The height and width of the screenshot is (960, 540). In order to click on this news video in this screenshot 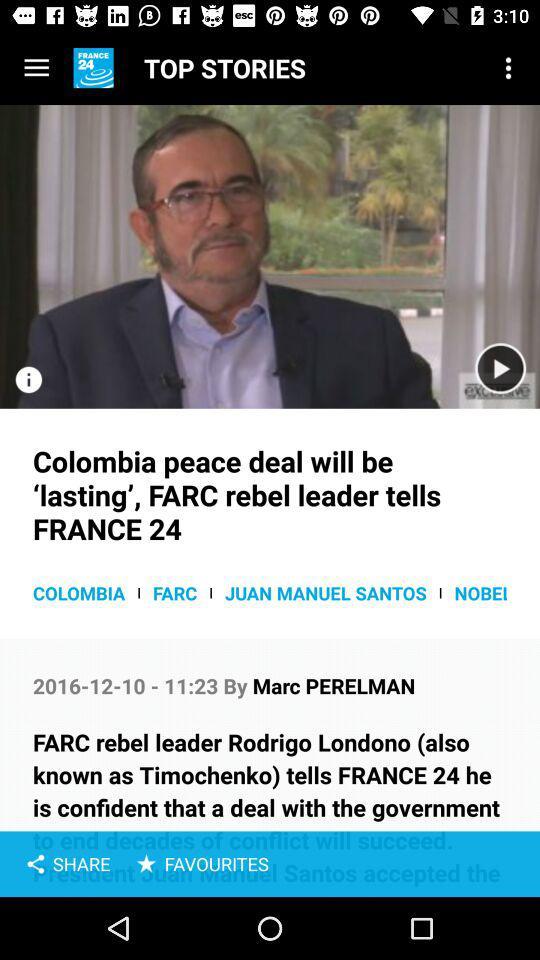, I will do `click(270, 255)`.